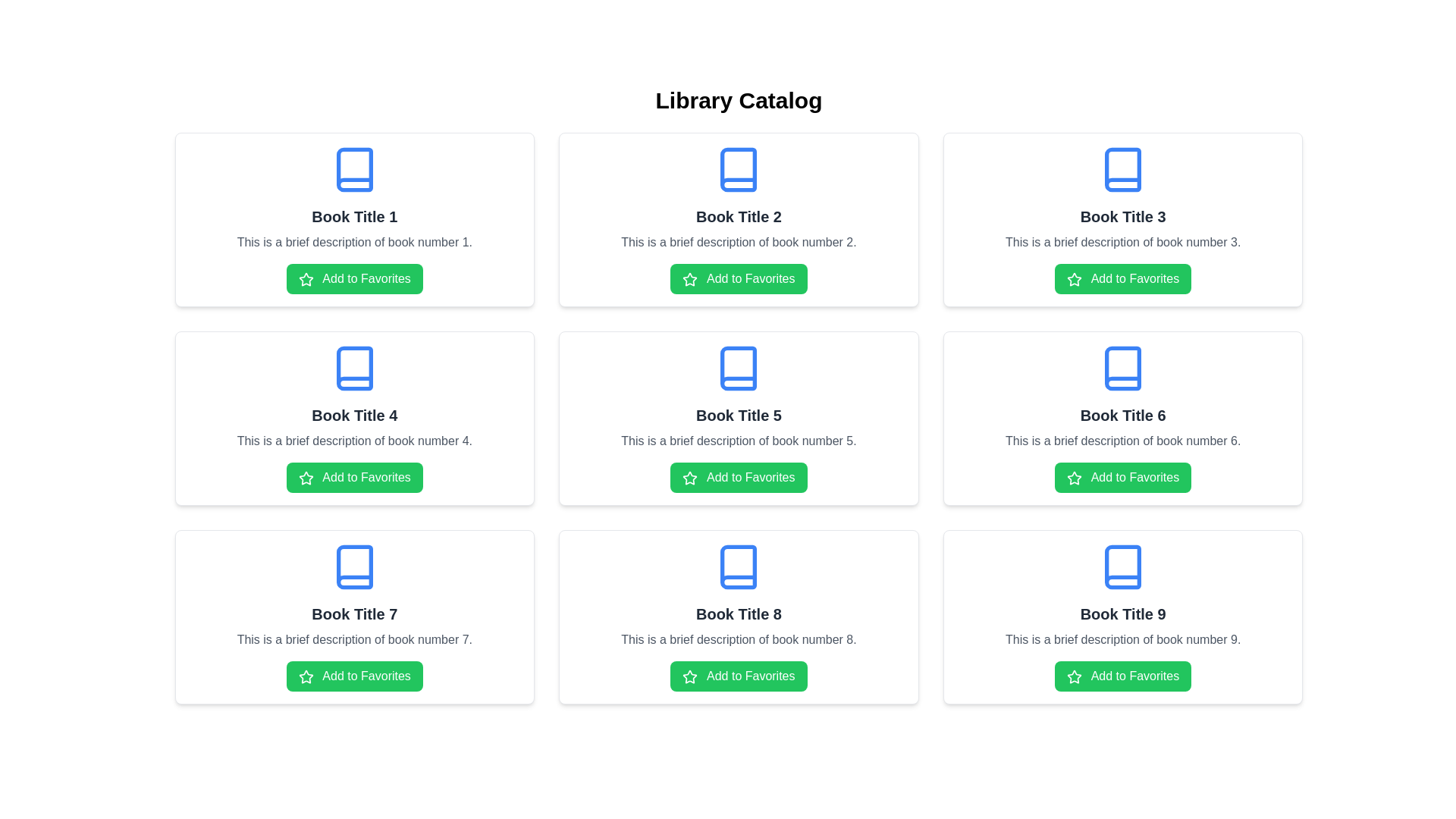 The image size is (1456, 819). What do you see at coordinates (1074, 279) in the screenshot?
I see `the star-shaped icon used for adding items to favorites, located below the 'Book Title 3' card in the library catalog interface` at bounding box center [1074, 279].